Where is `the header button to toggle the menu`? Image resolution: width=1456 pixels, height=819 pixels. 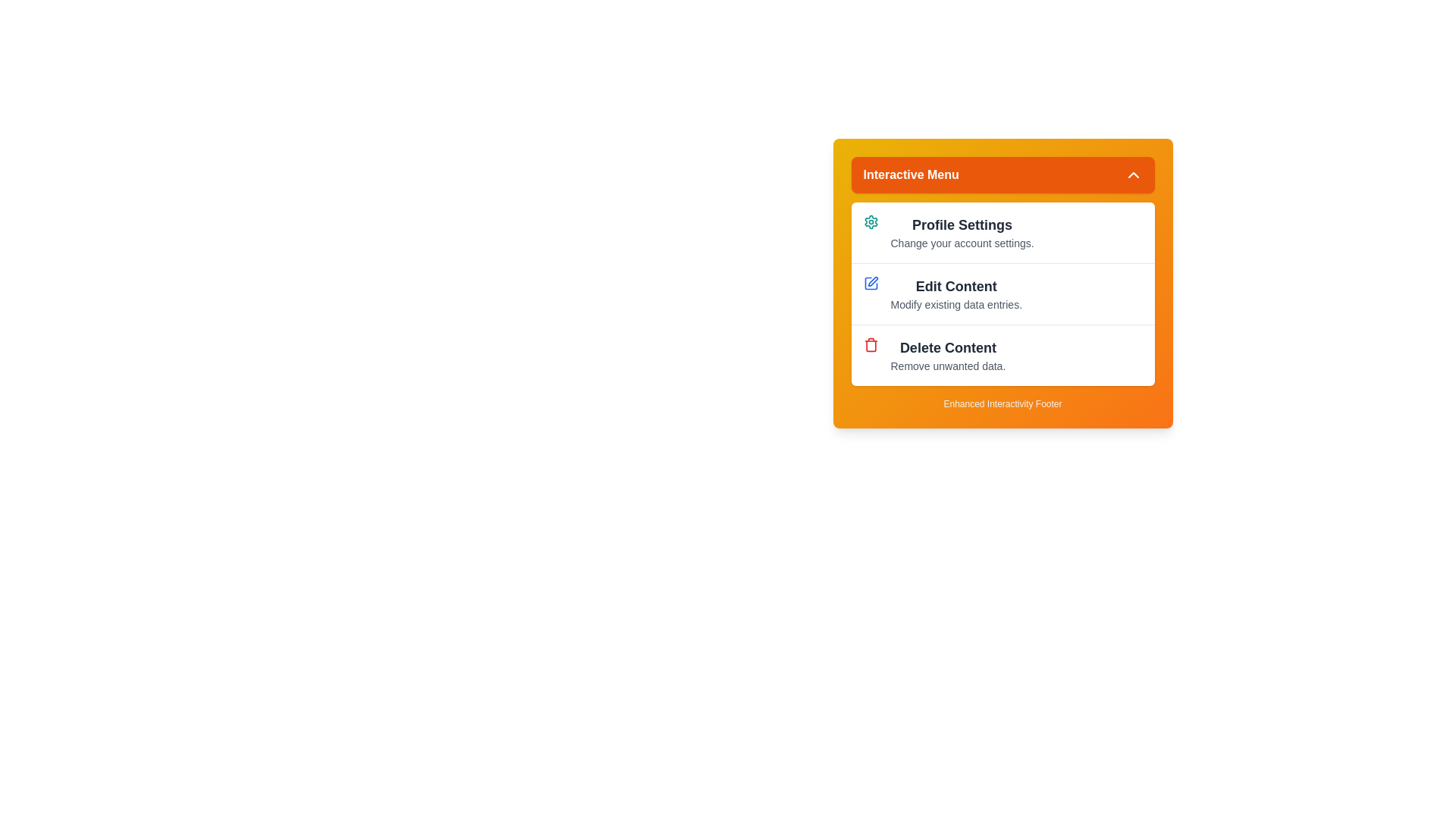
the header button to toggle the menu is located at coordinates (1003, 174).